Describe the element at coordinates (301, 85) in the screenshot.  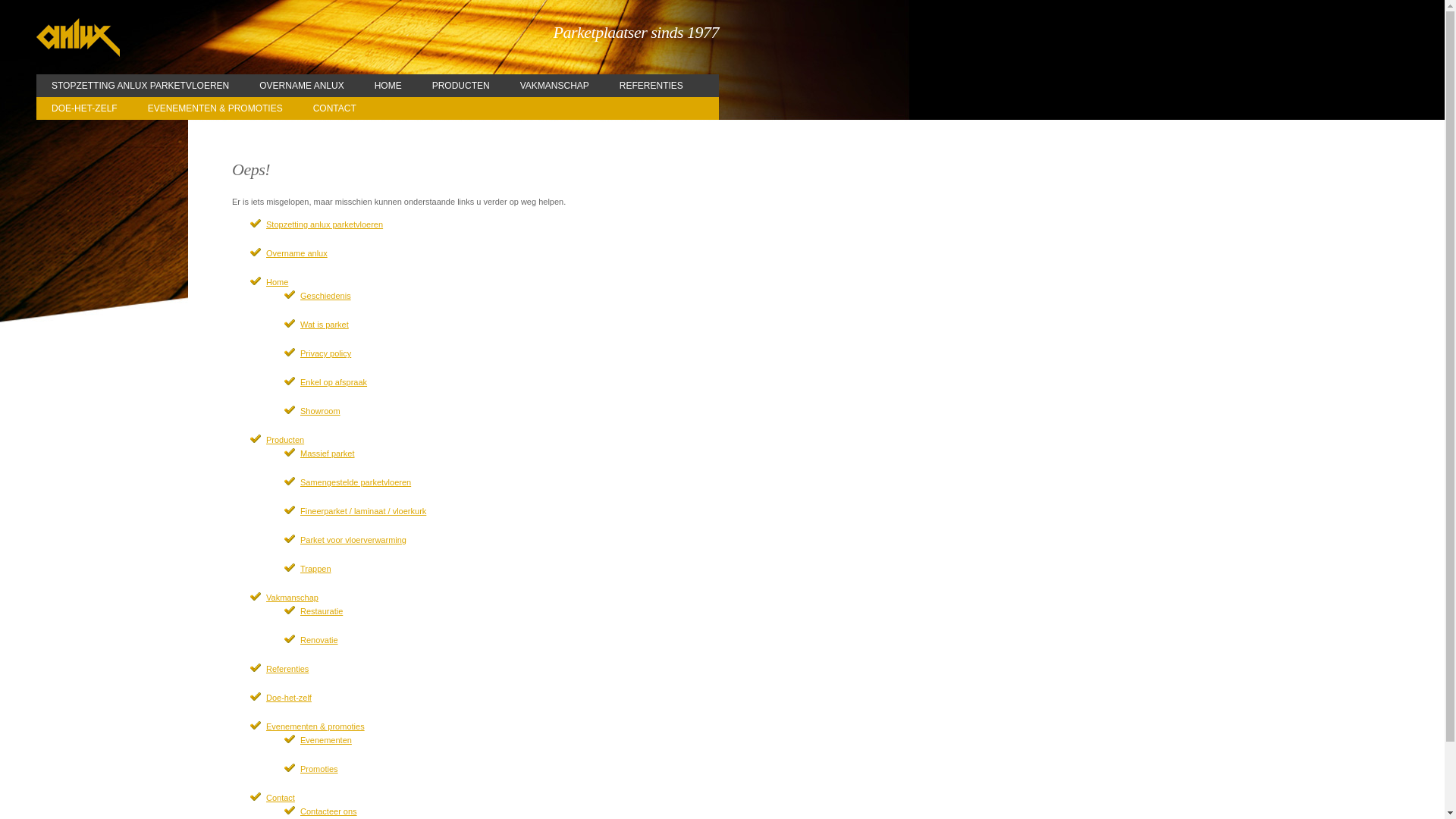
I see `'OVERNAME ANLUX'` at that location.